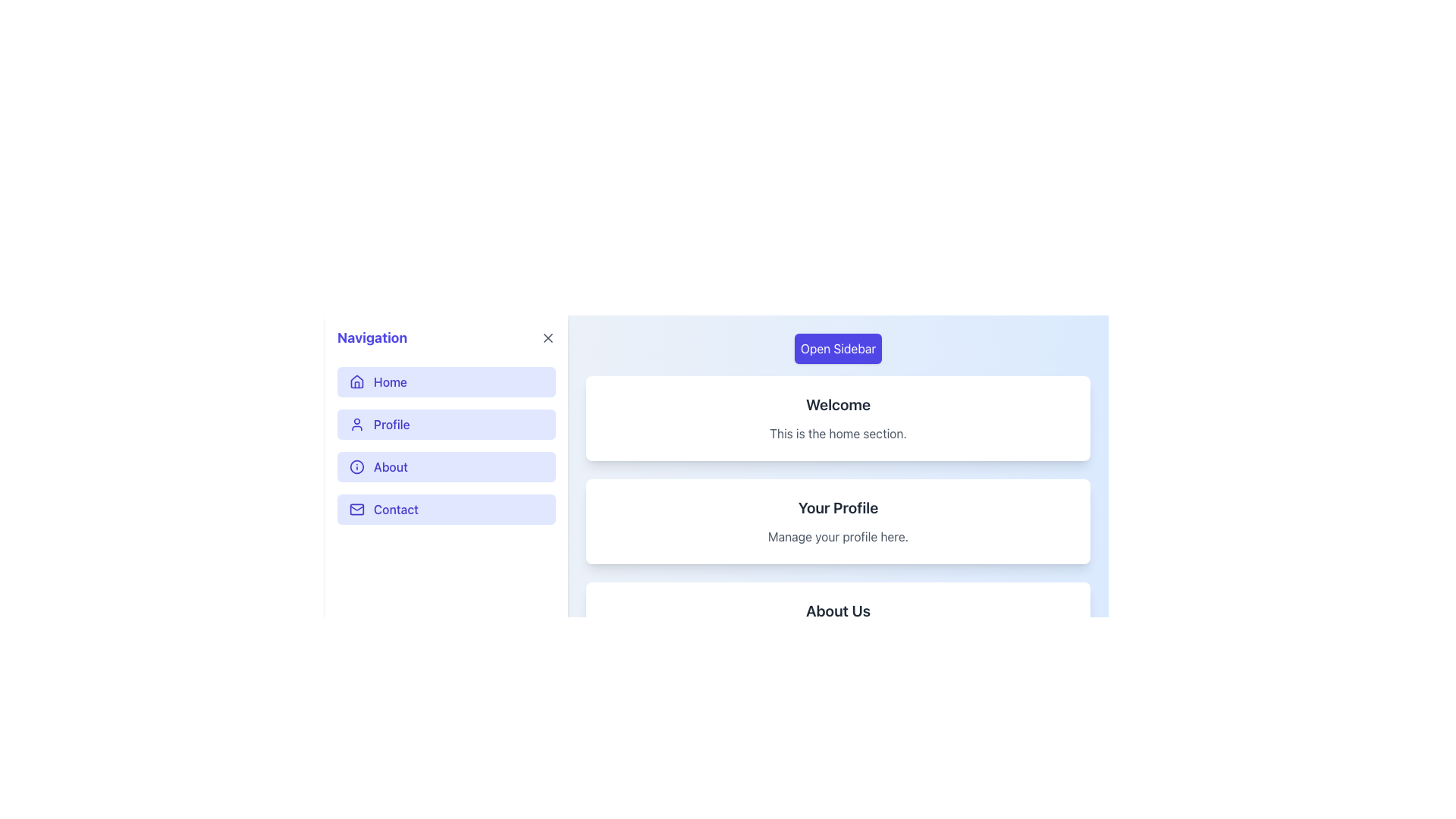 The width and height of the screenshot is (1456, 819). I want to click on text from the header label located at the top-left corner of the sidebar, which indicates the section's purpose, so click(372, 337).